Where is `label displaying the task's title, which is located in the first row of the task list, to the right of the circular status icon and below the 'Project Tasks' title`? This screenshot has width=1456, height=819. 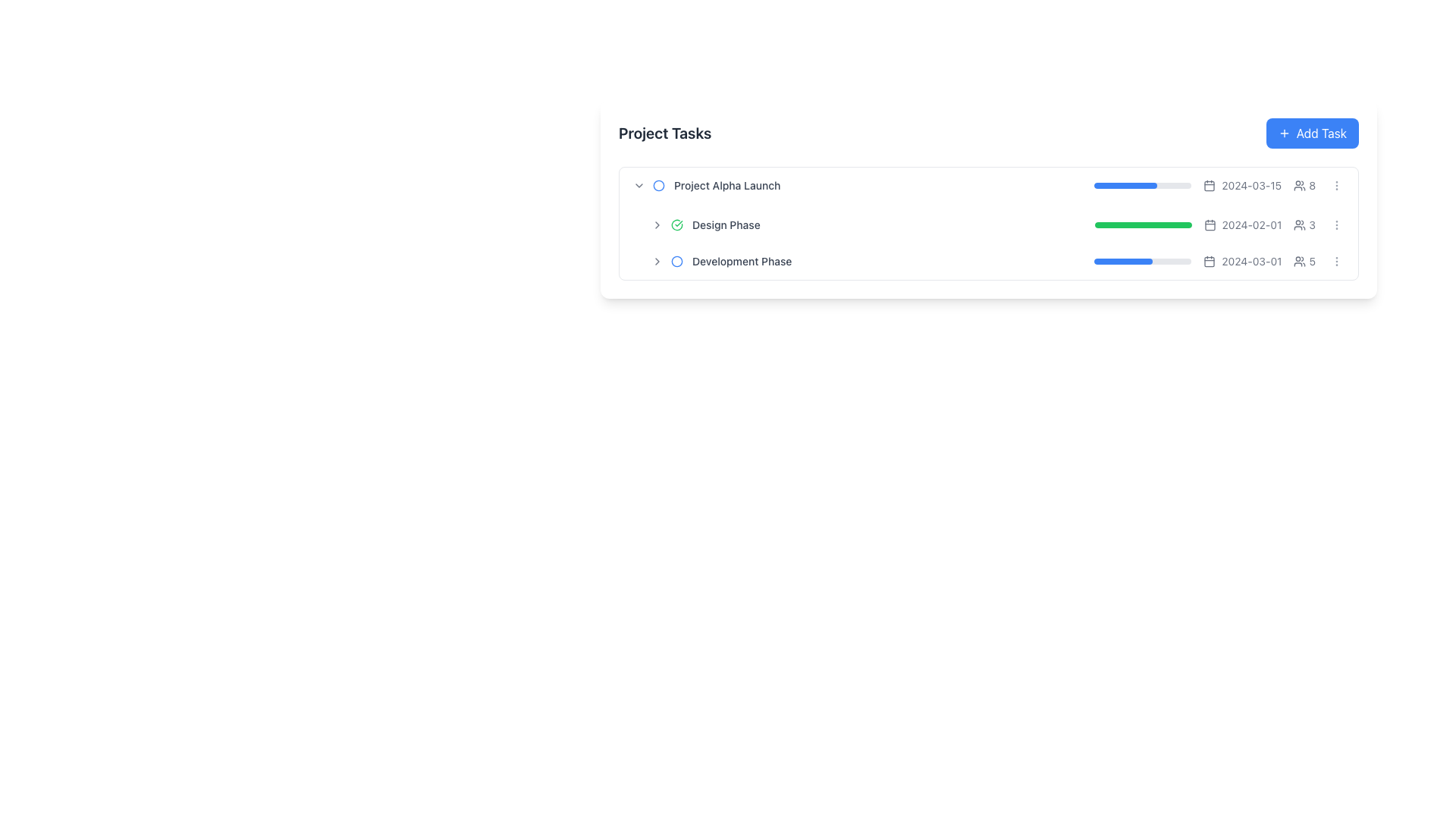
label displaying the task's title, which is located in the first row of the task list, to the right of the circular status icon and below the 'Project Tasks' title is located at coordinates (726, 185).